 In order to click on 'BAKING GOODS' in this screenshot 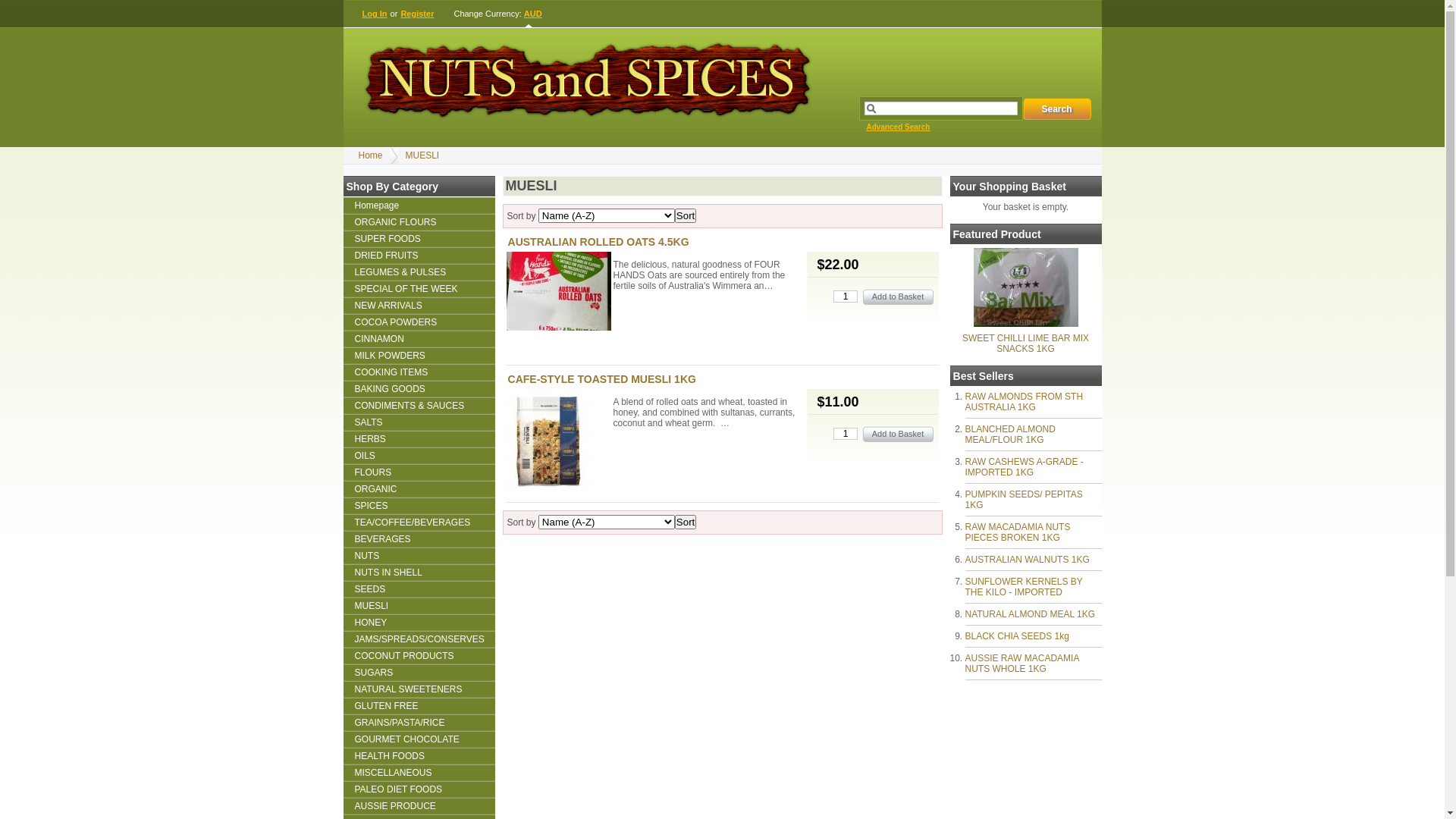, I will do `click(419, 388)`.